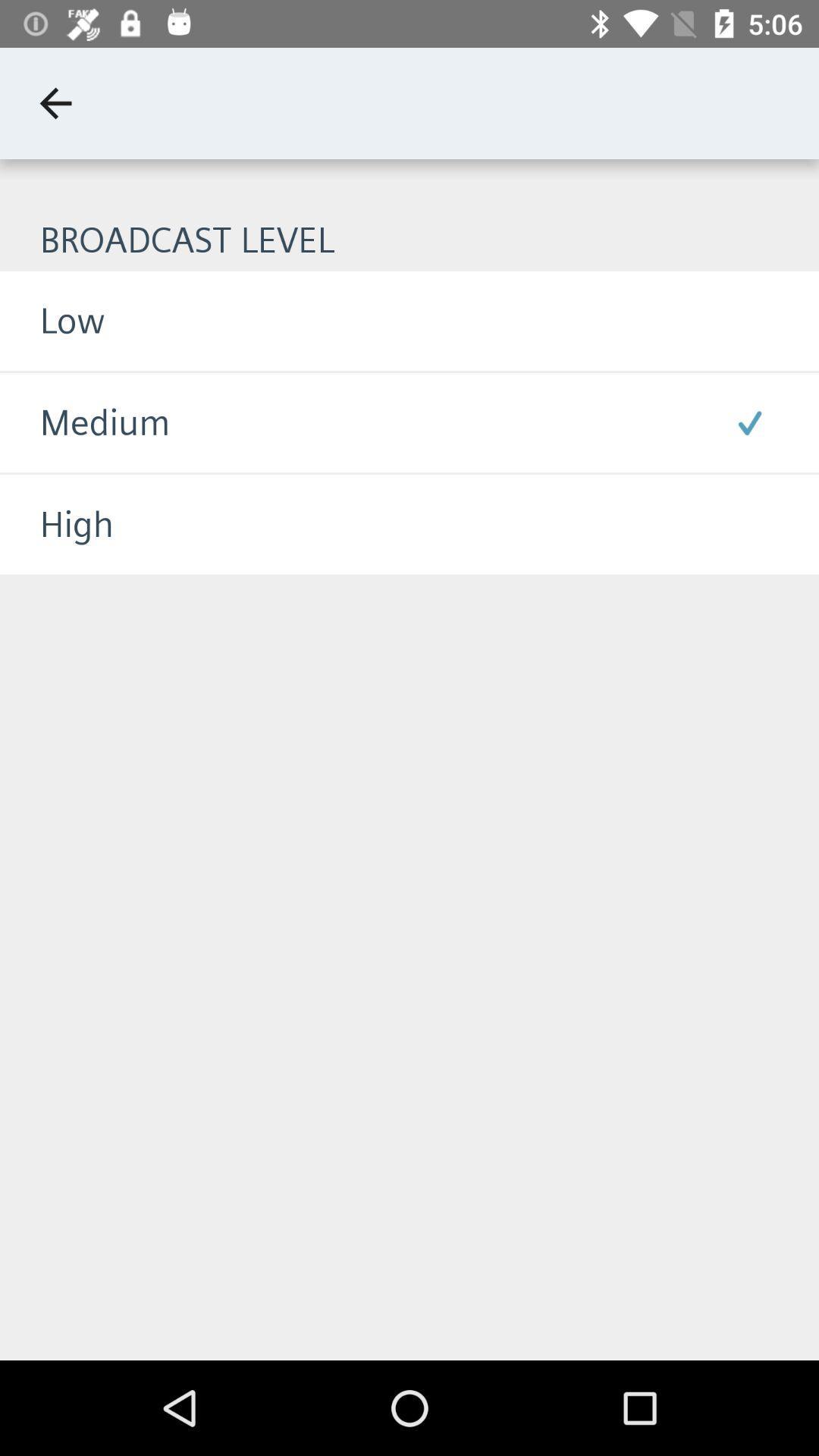 This screenshot has height=1456, width=819. What do you see at coordinates (85, 422) in the screenshot?
I see `the medium icon` at bounding box center [85, 422].